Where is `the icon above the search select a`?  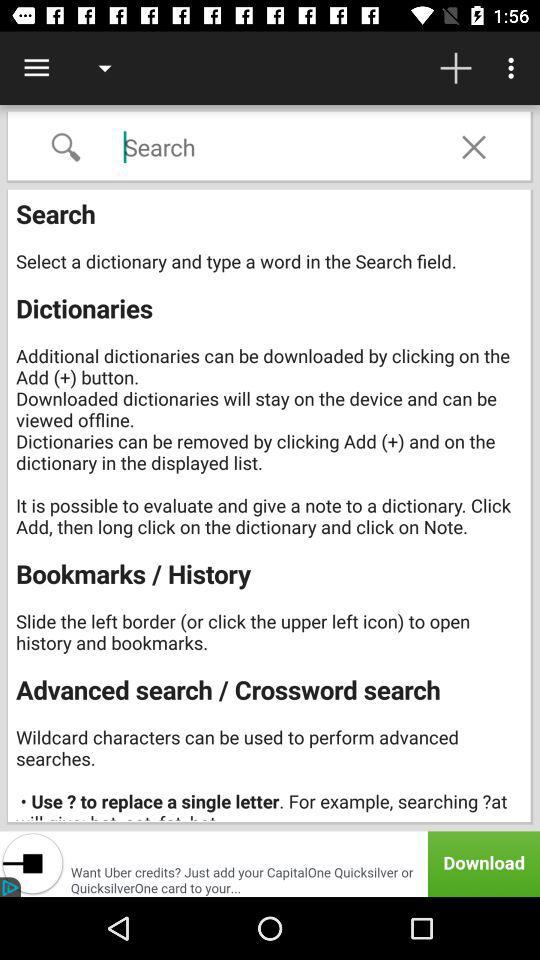
the icon above the search select a is located at coordinates (473, 146).